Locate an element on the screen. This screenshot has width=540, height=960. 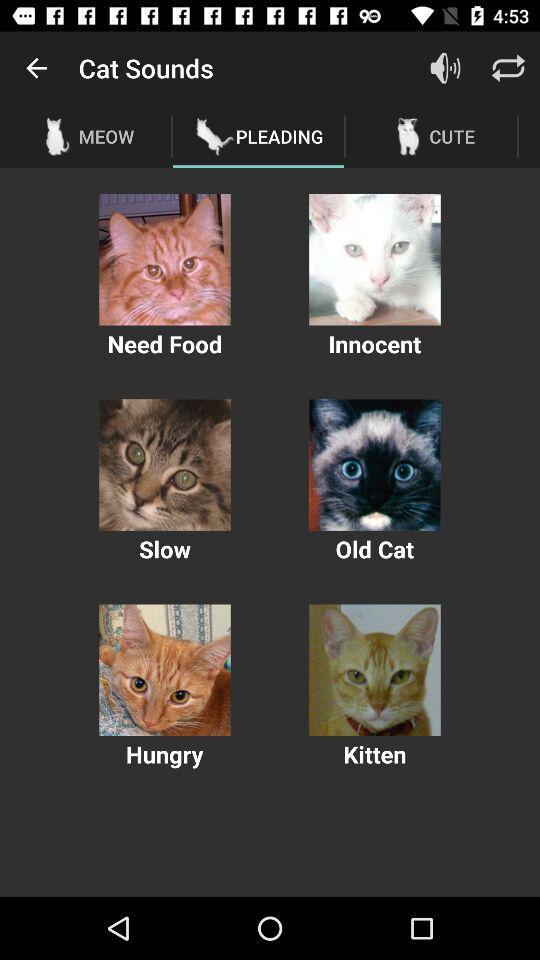
kitten photo is located at coordinates (374, 670).